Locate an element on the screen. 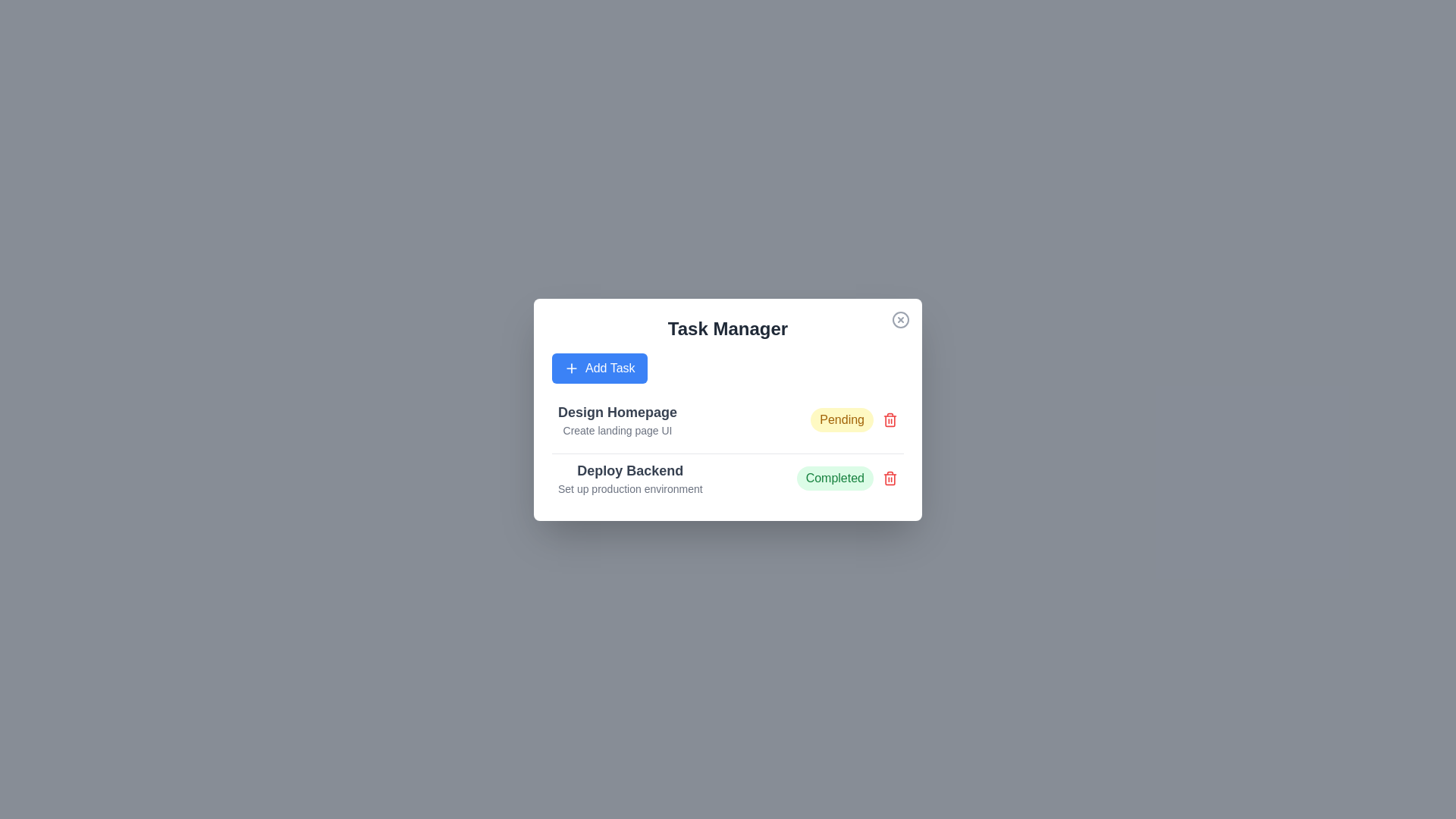  the Status Label that indicates the completion of the 'Deploy Backend' task in the 'Task Manager' modal is located at coordinates (834, 478).